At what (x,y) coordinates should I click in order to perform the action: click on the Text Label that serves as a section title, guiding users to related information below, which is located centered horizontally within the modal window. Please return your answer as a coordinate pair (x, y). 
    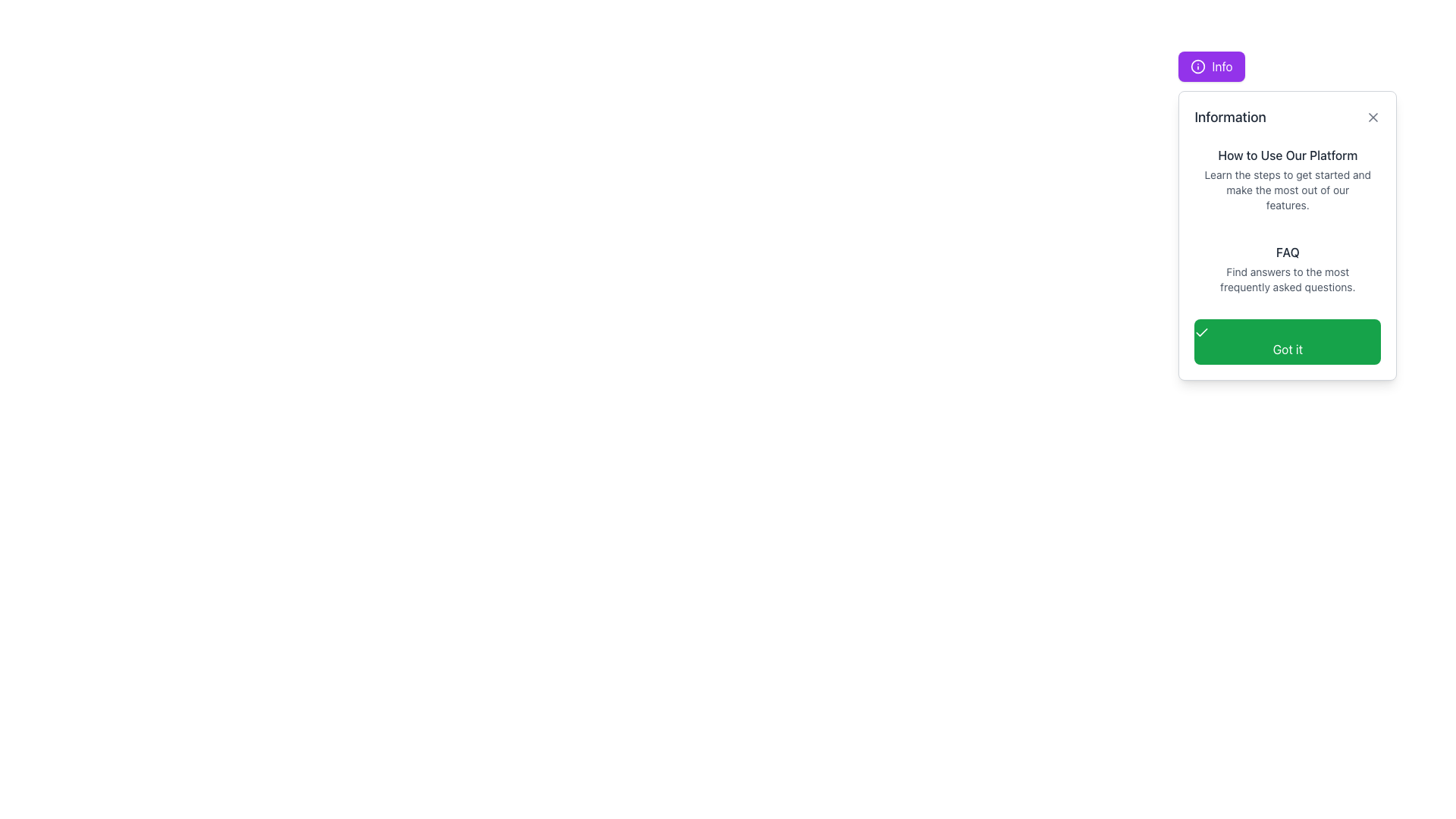
    Looking at the image, I should click on (1287, 251).